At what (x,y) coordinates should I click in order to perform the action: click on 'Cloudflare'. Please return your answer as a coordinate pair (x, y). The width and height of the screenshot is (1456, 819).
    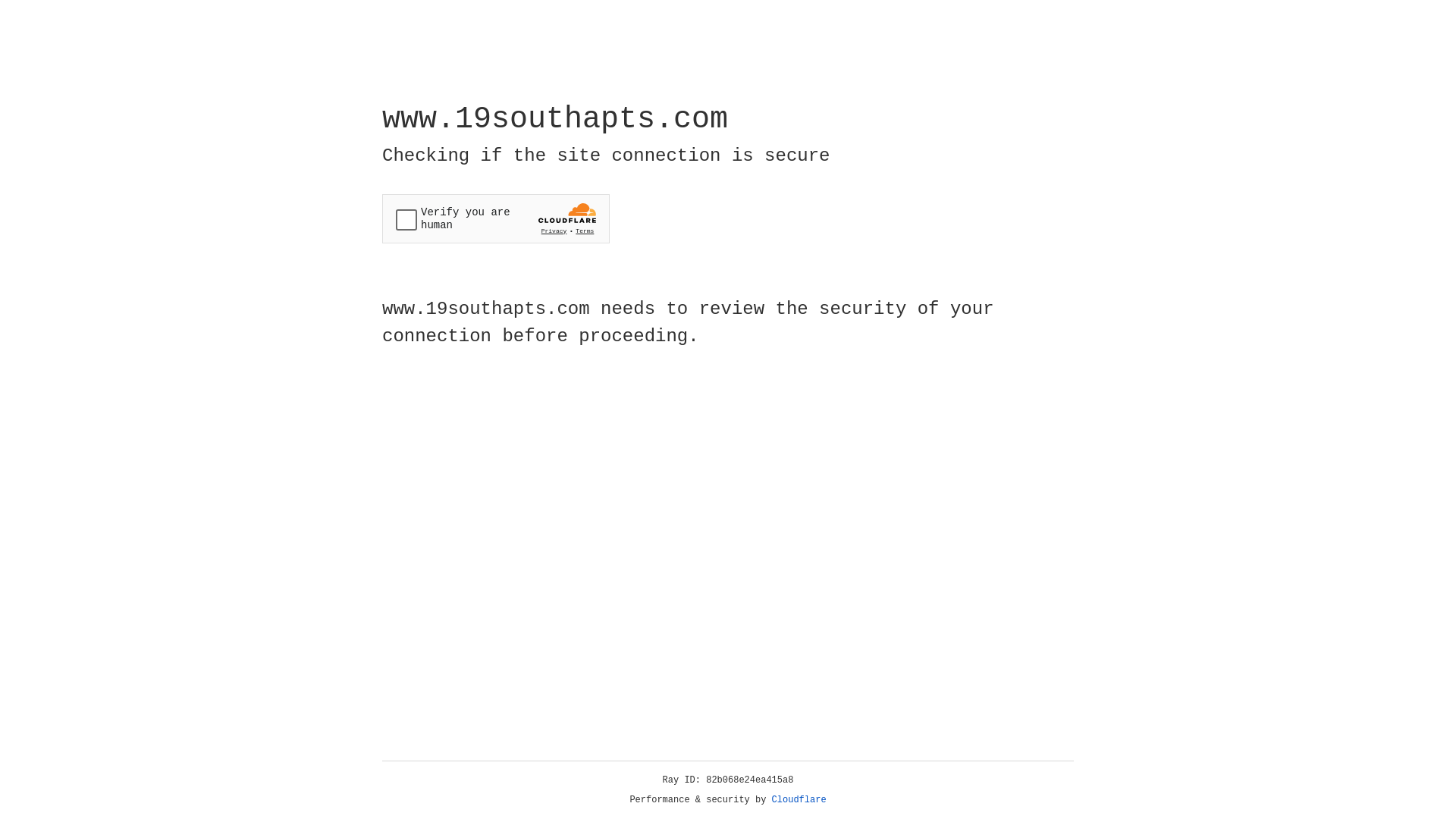
    Looking at the image, I should click on (799, 799).